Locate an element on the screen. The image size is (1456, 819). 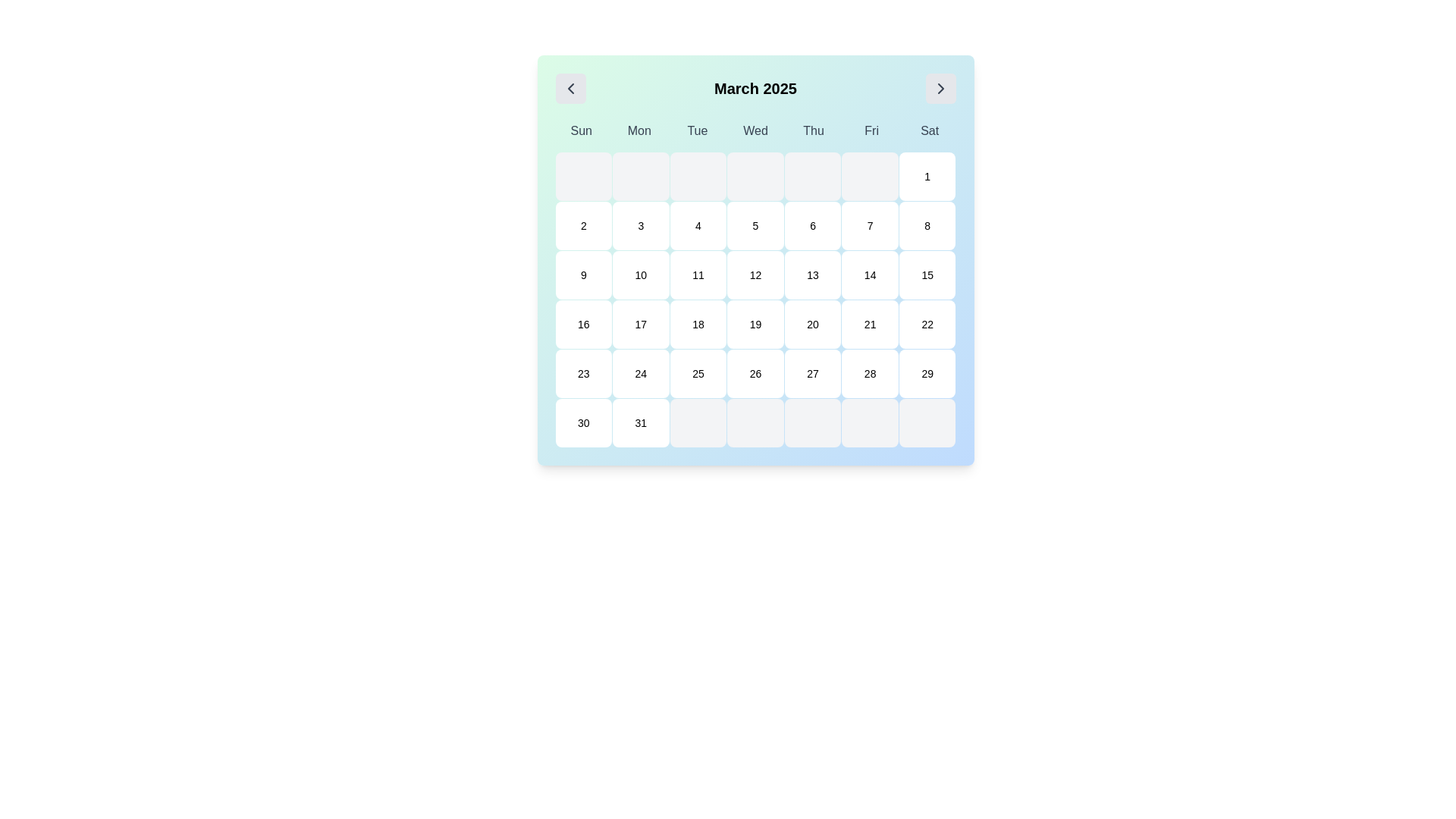
the static text displaying the current month and year in the top center of the calendar view, positioned between navigation buttons is located at coordinates (755, 88).